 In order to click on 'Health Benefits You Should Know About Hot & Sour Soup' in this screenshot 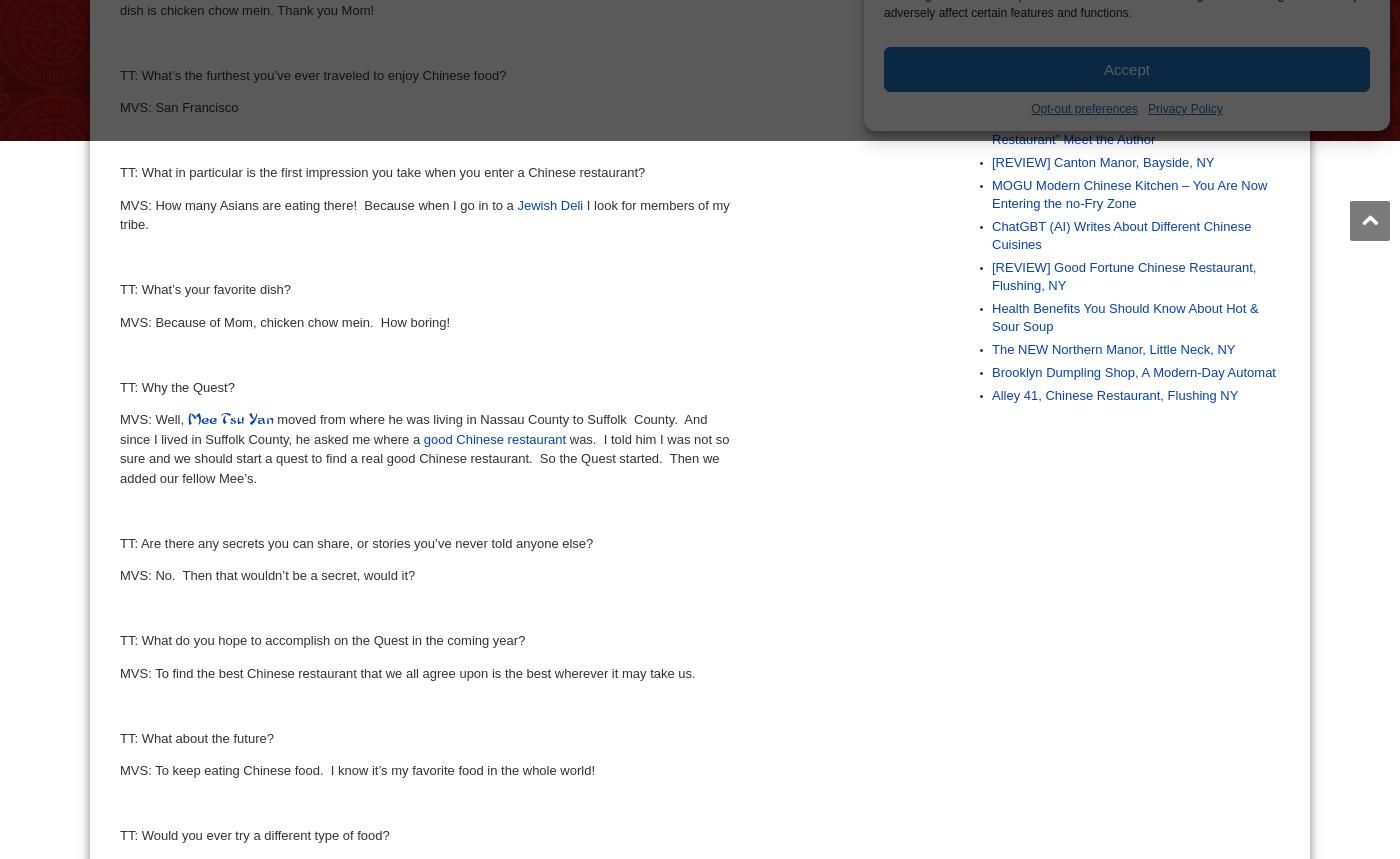, I will do `click(1125, 316)`.